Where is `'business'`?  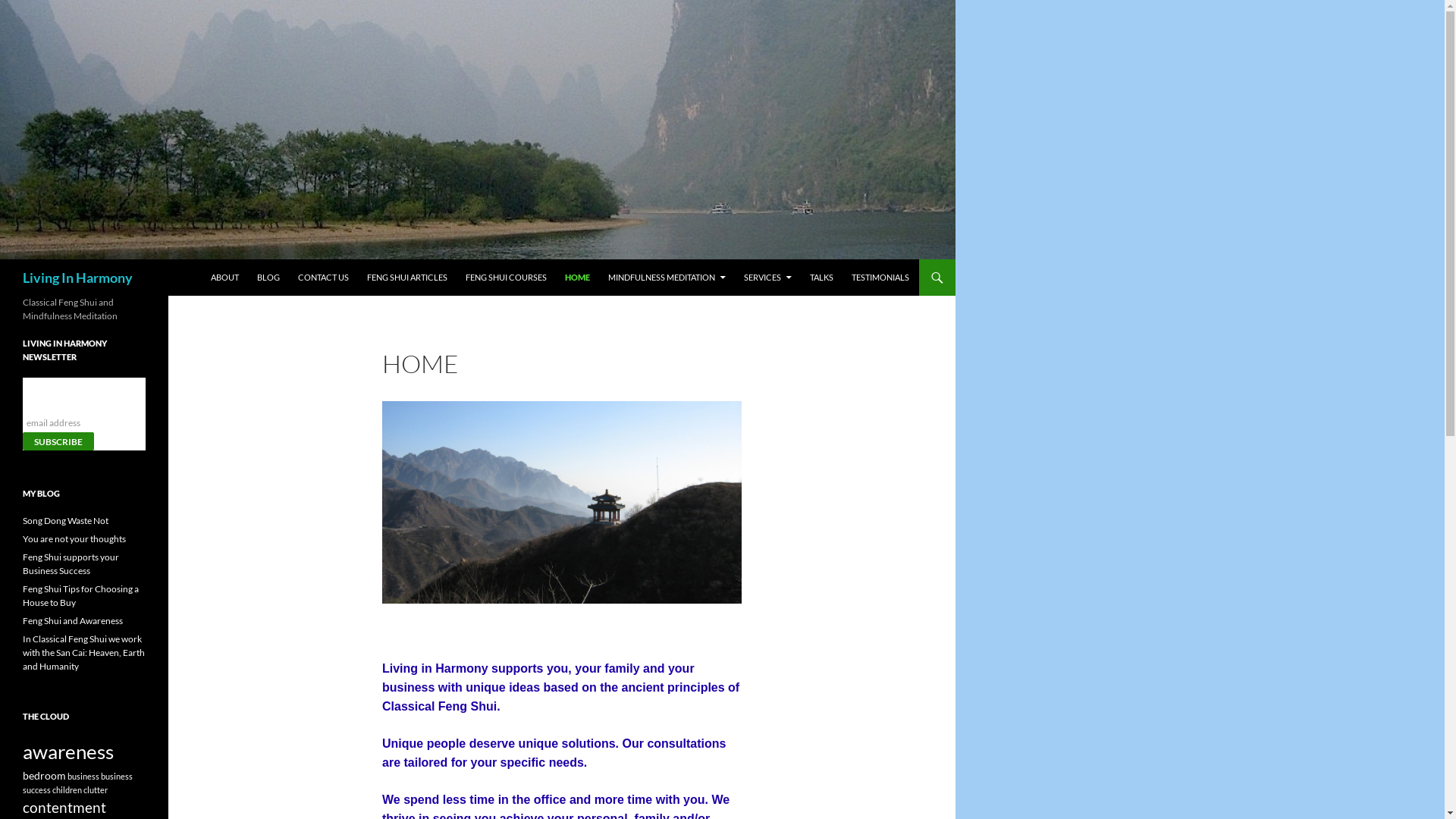 'business' is located at coordinates (67, 776).